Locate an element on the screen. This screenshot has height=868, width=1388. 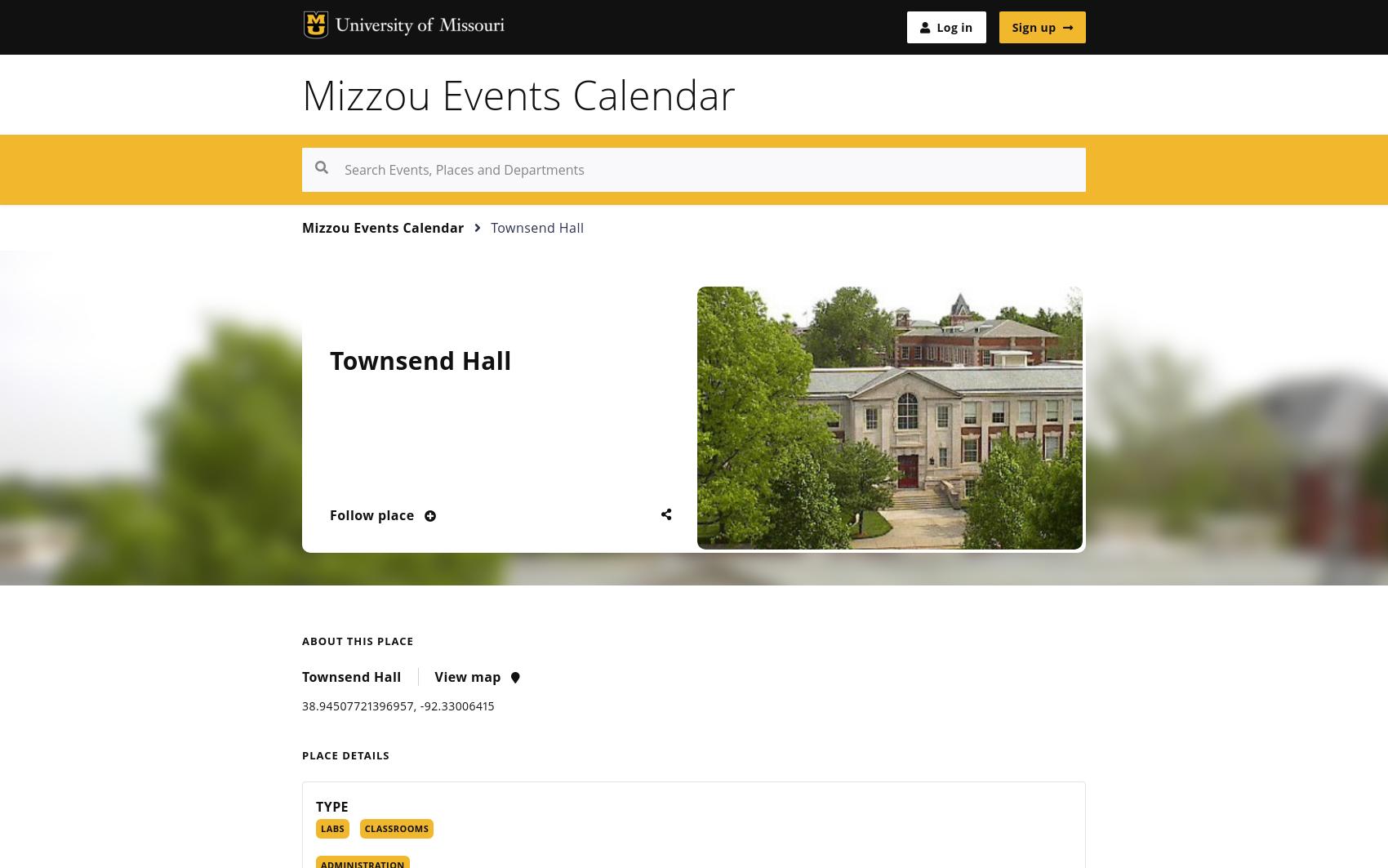
'Type' is located at coordinates (314, 804).